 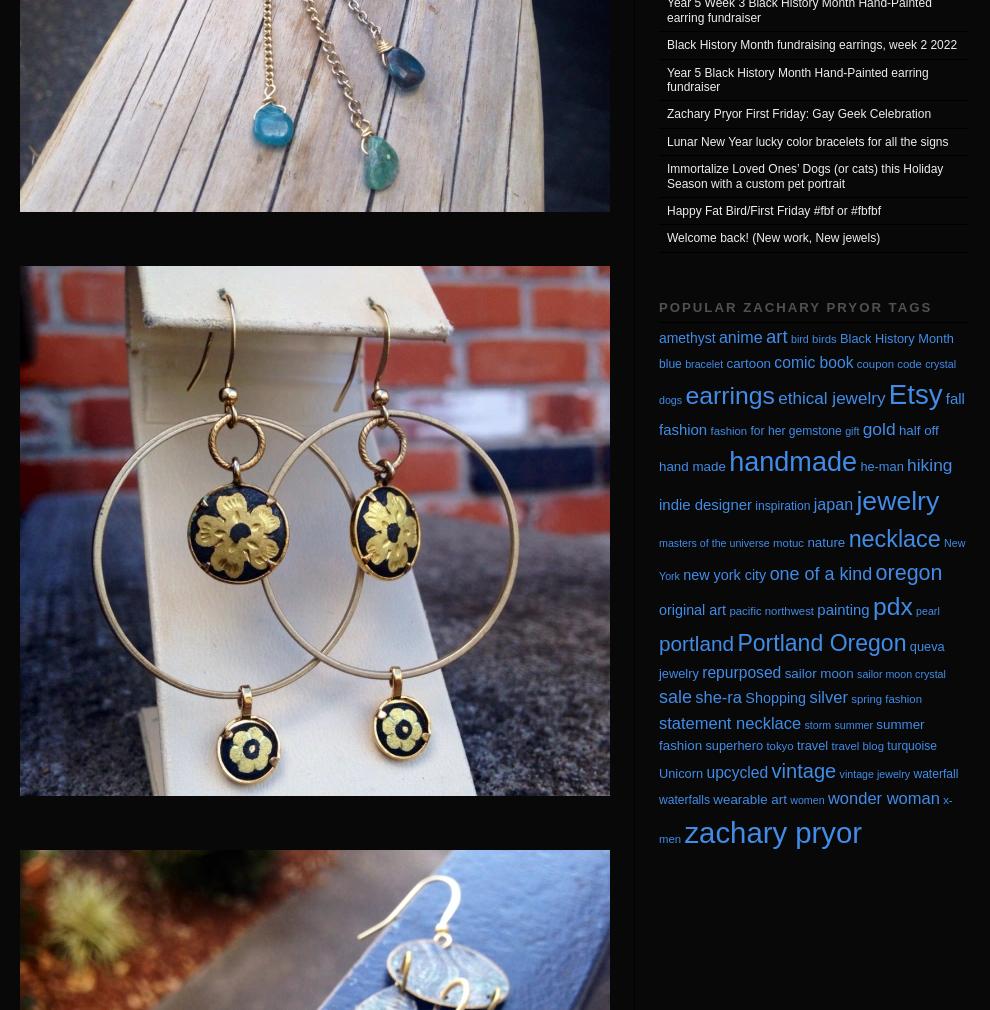 I want to click on 'Popular Zachary Pryor tags', so click(x=794, y=306).